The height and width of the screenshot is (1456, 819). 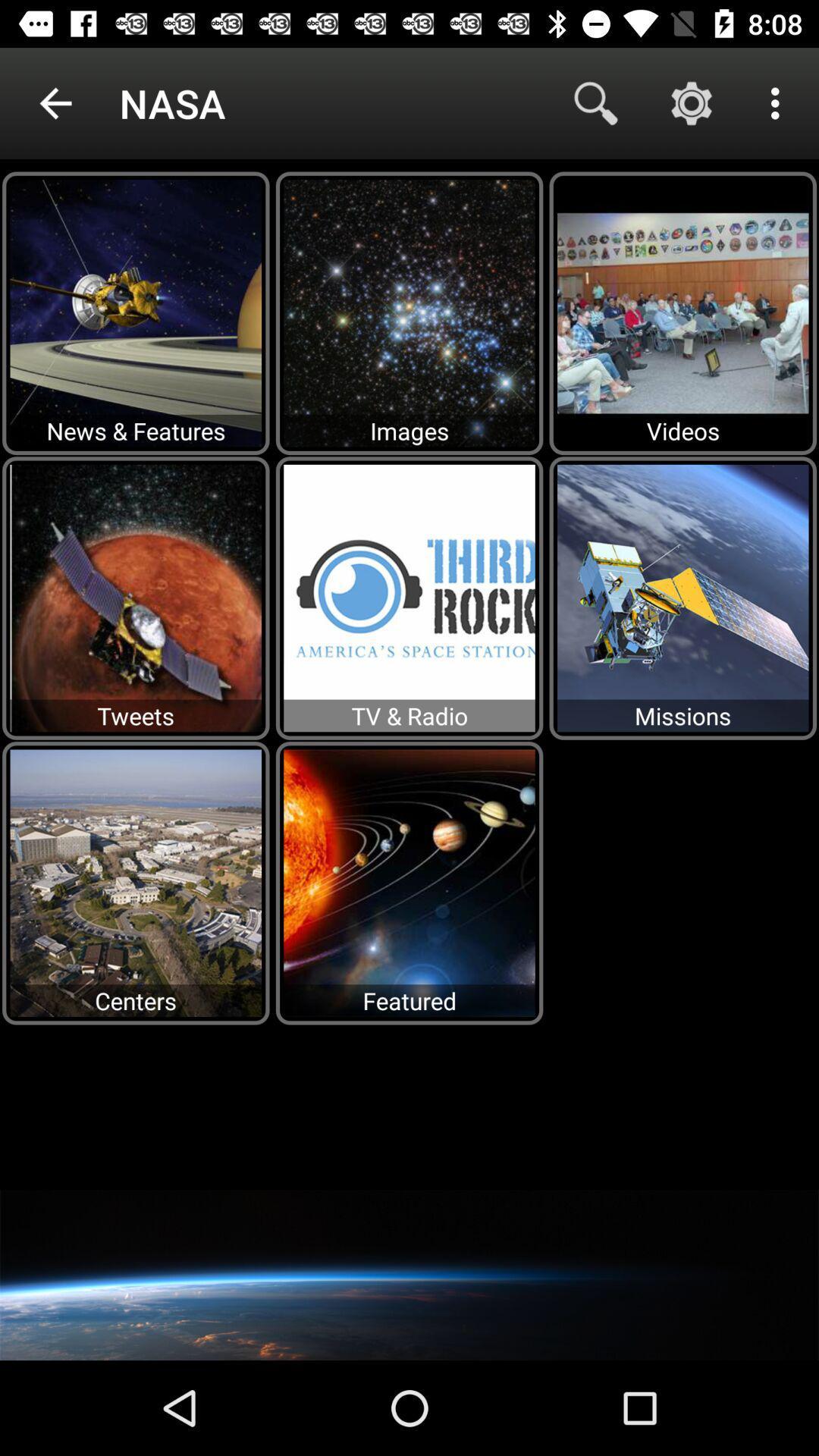 I want to click on the icon next to nasa icon, so click(x=55, y=102).